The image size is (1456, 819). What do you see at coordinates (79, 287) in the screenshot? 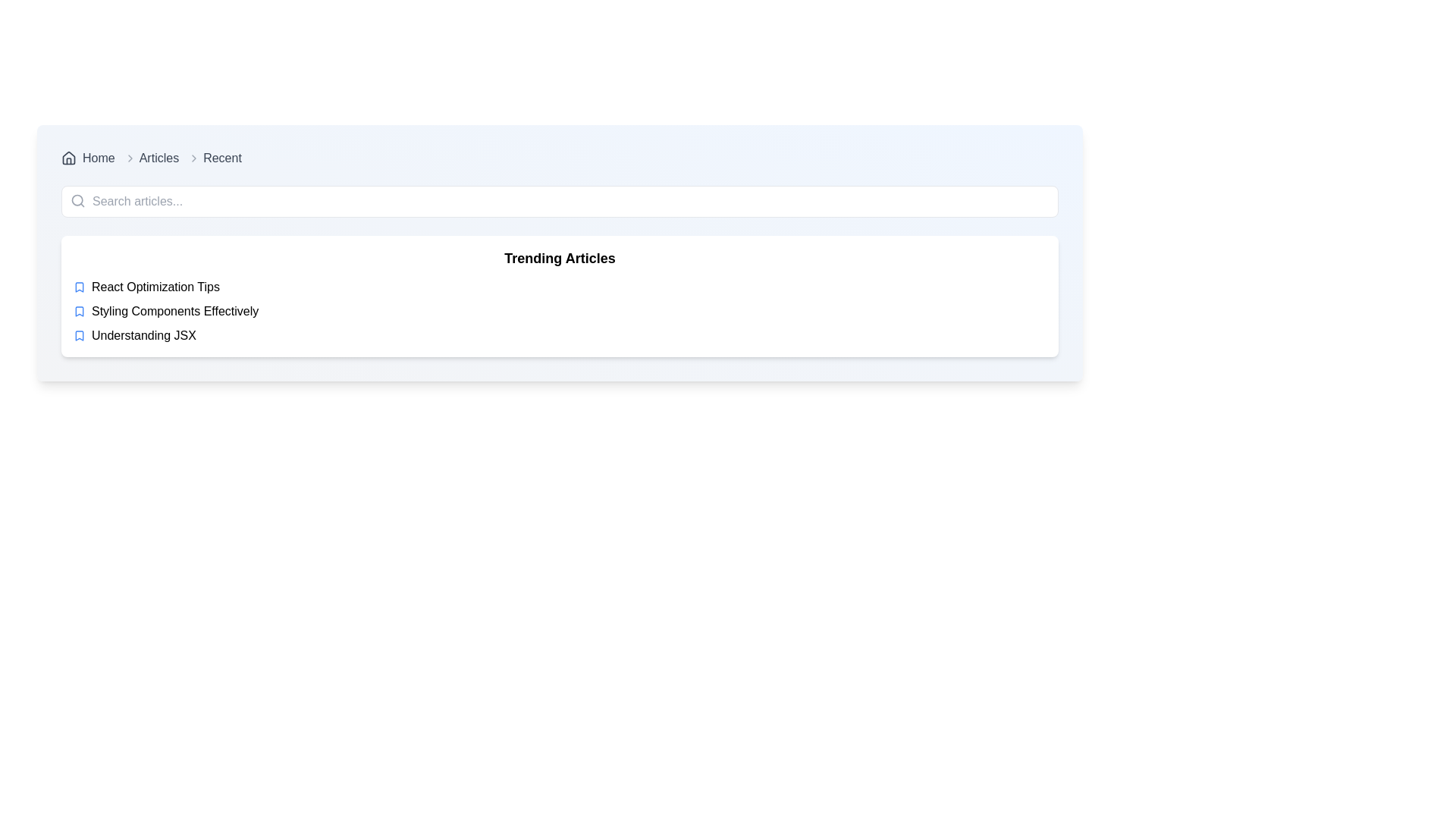
I see `the bookmark icon located to the left of the text 'React Optimization Tips' in the first row of the articles list to interact with the bookmark status` at bounding box center [79, 287].